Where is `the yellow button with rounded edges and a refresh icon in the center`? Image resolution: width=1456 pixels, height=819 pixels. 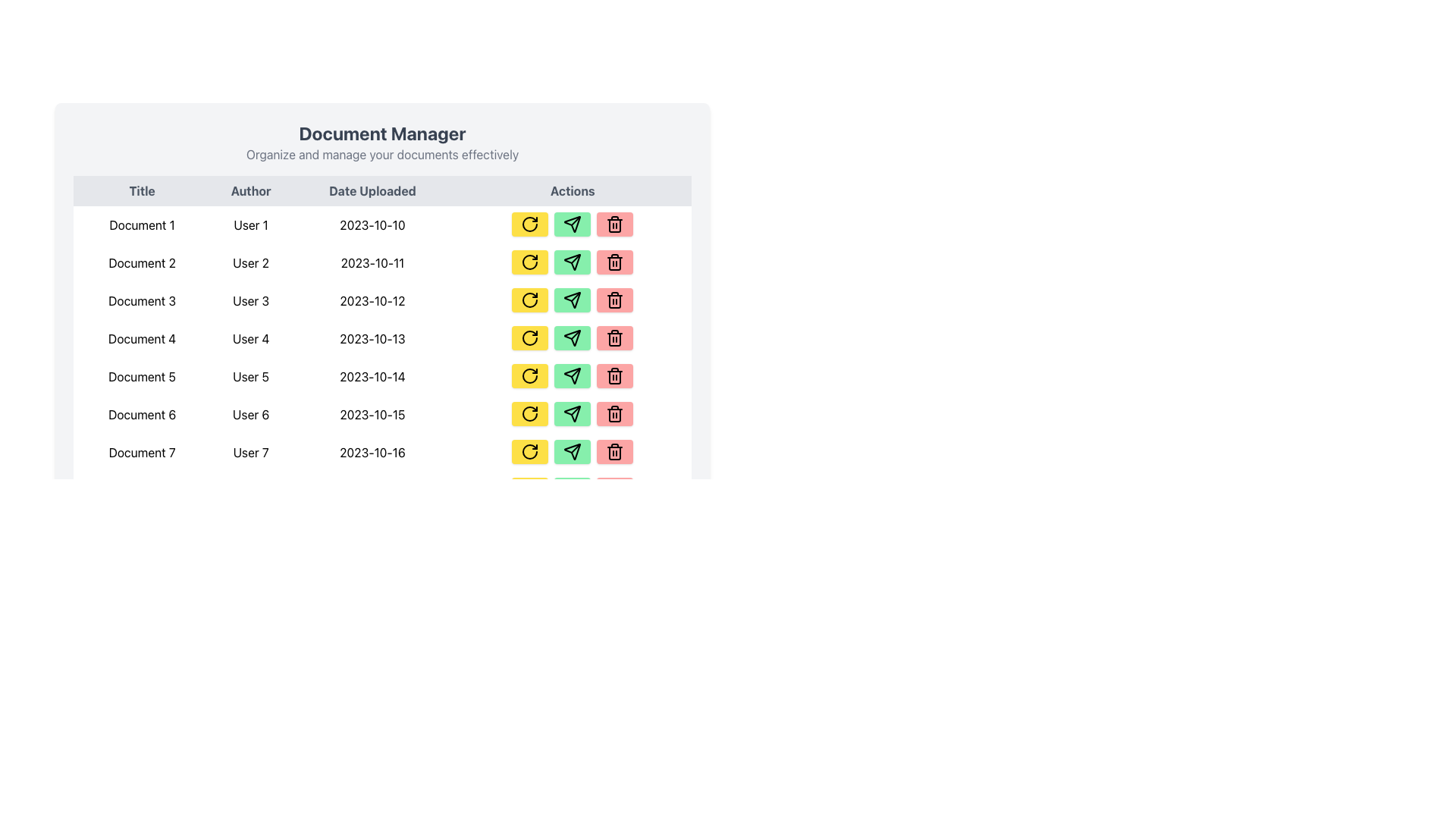 the yellow button with rounded edges and a refresh icon in the center is located at coordinates (530, 224).